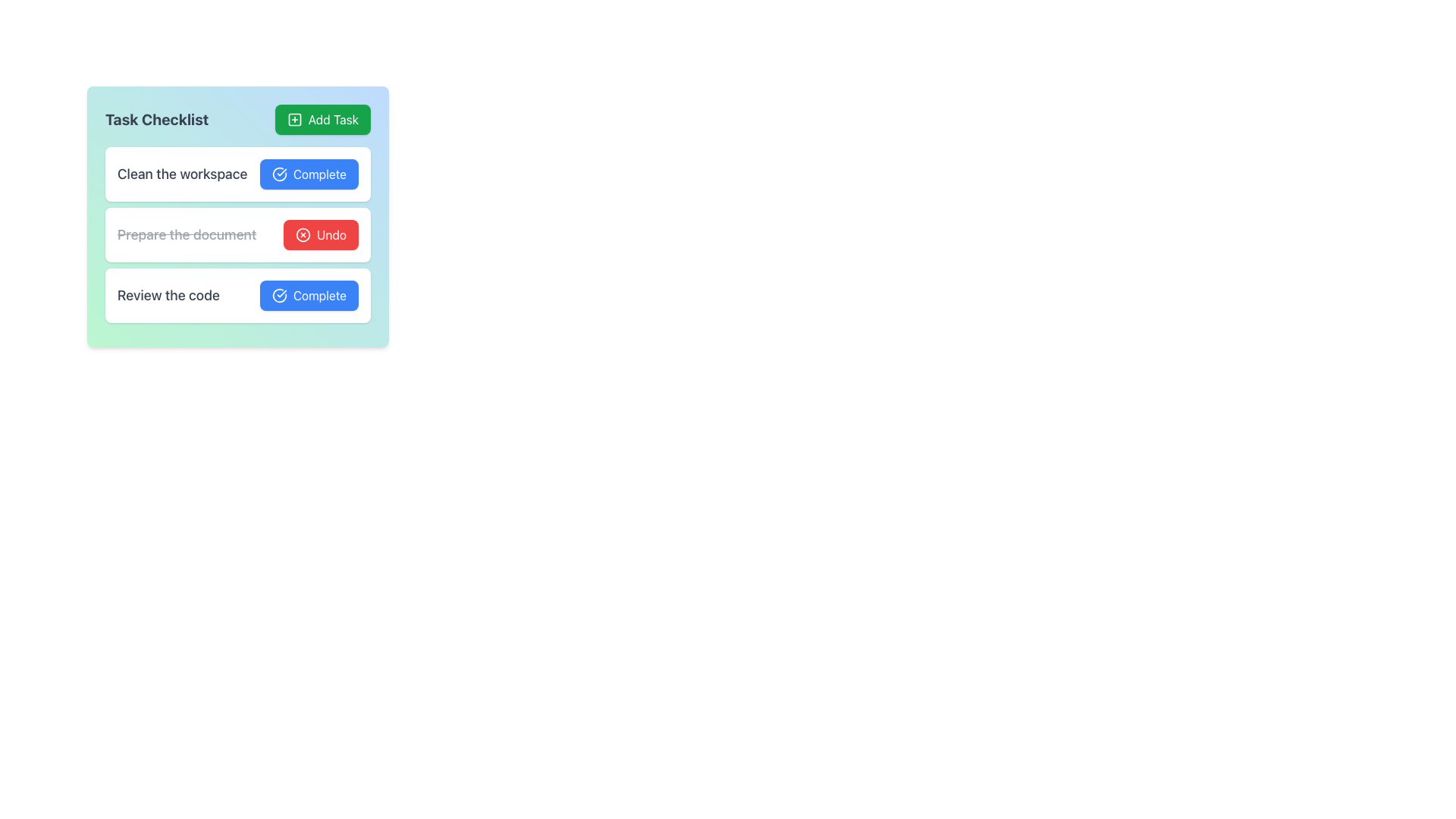 The image size is (1456, 819). What do you see at coordinates (279, 295) in the screenshot?
I see `the 'Complete' button icon, which is located on the left side of the button text 'Complete' at the bottom of the task list` at bounding box center [279, 295].